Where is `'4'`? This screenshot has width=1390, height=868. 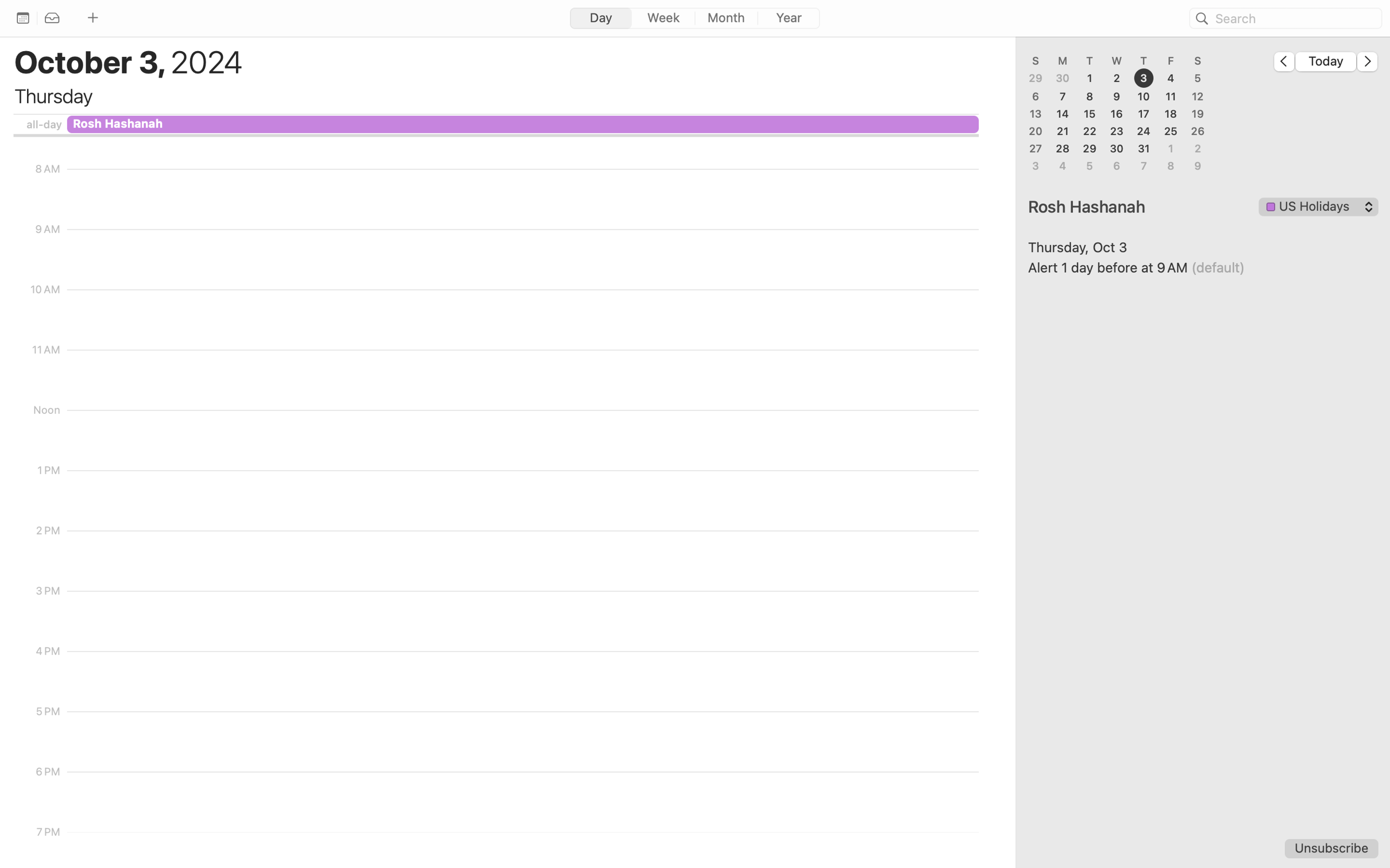 '4' is located at coordinates (1171, 77).